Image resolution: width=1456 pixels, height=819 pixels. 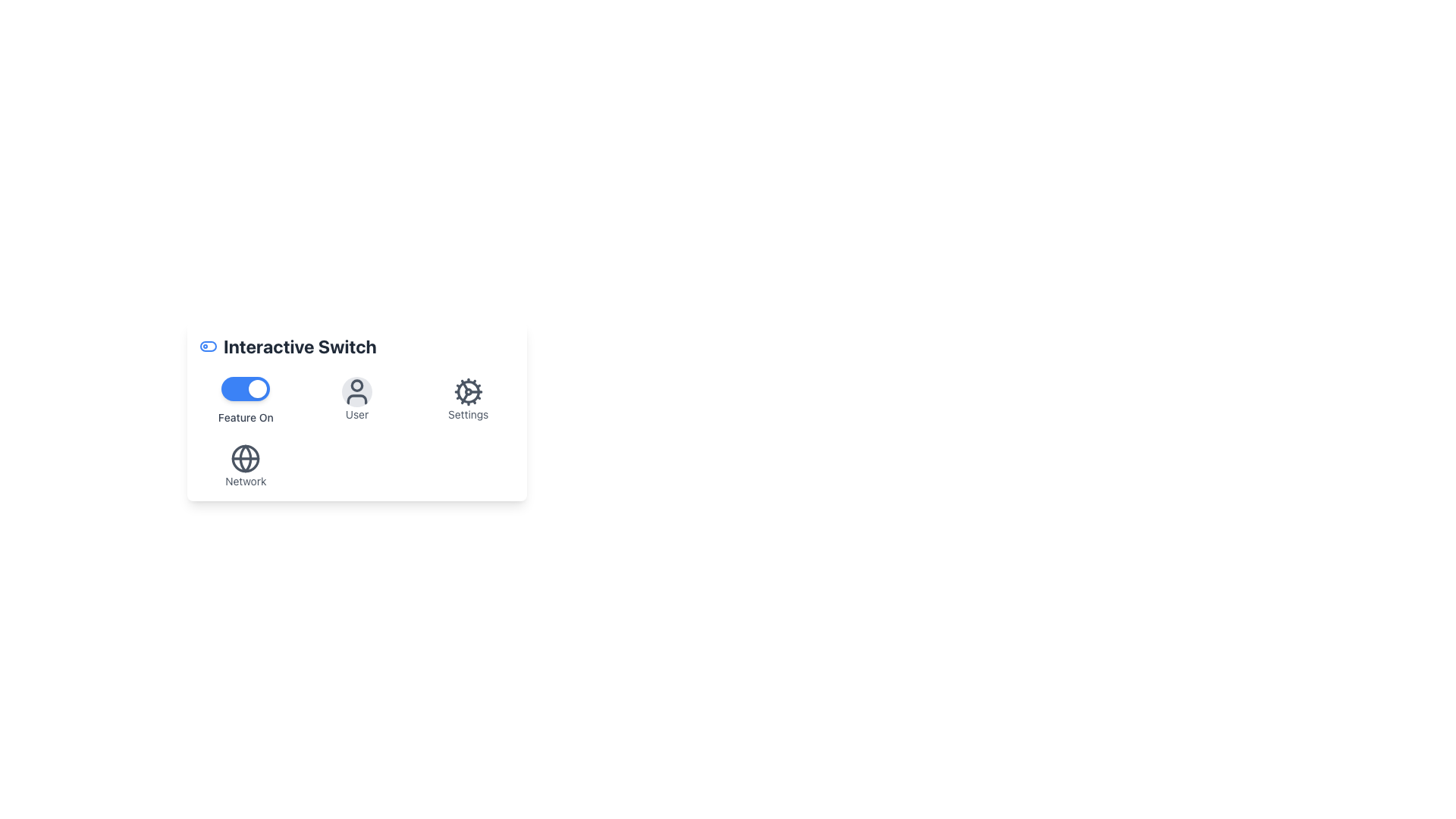 What do you see at coordinates (258, 388) in the screenshot?
I see `the circular white toggle knob at the right end of the blue toggle switch to switch its state` at bounding box center [258, 388].